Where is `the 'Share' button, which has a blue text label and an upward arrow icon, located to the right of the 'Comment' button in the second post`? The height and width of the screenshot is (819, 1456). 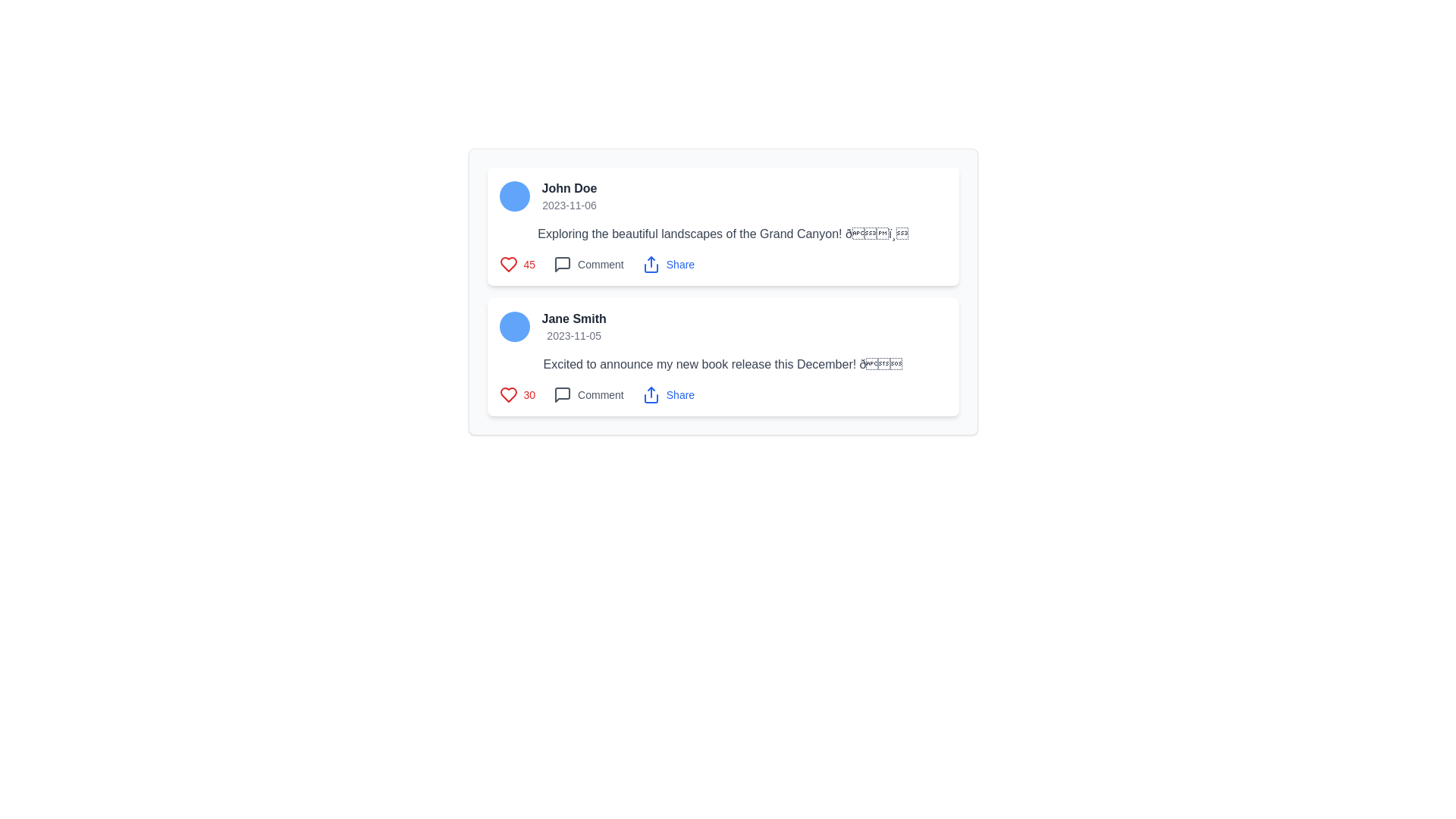
the 'Share' button, which has a blue text label and an upward arrow icon, located to the right of the 'Comment' button in the second post is located at coordinates (667, 394).